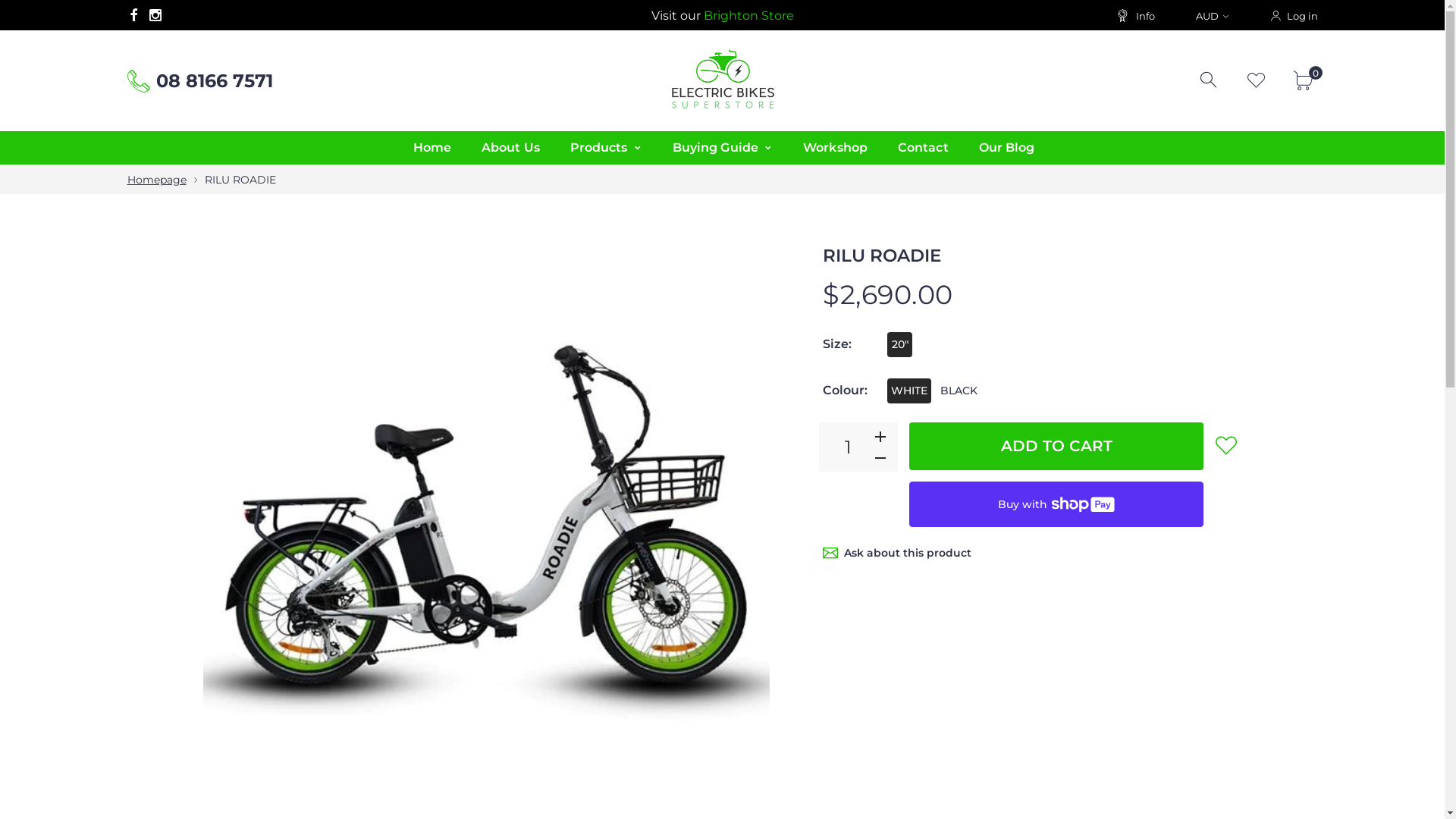  Describe the element at coordinates (431, 148) in the screenshot. I see `'Home'` at that location.